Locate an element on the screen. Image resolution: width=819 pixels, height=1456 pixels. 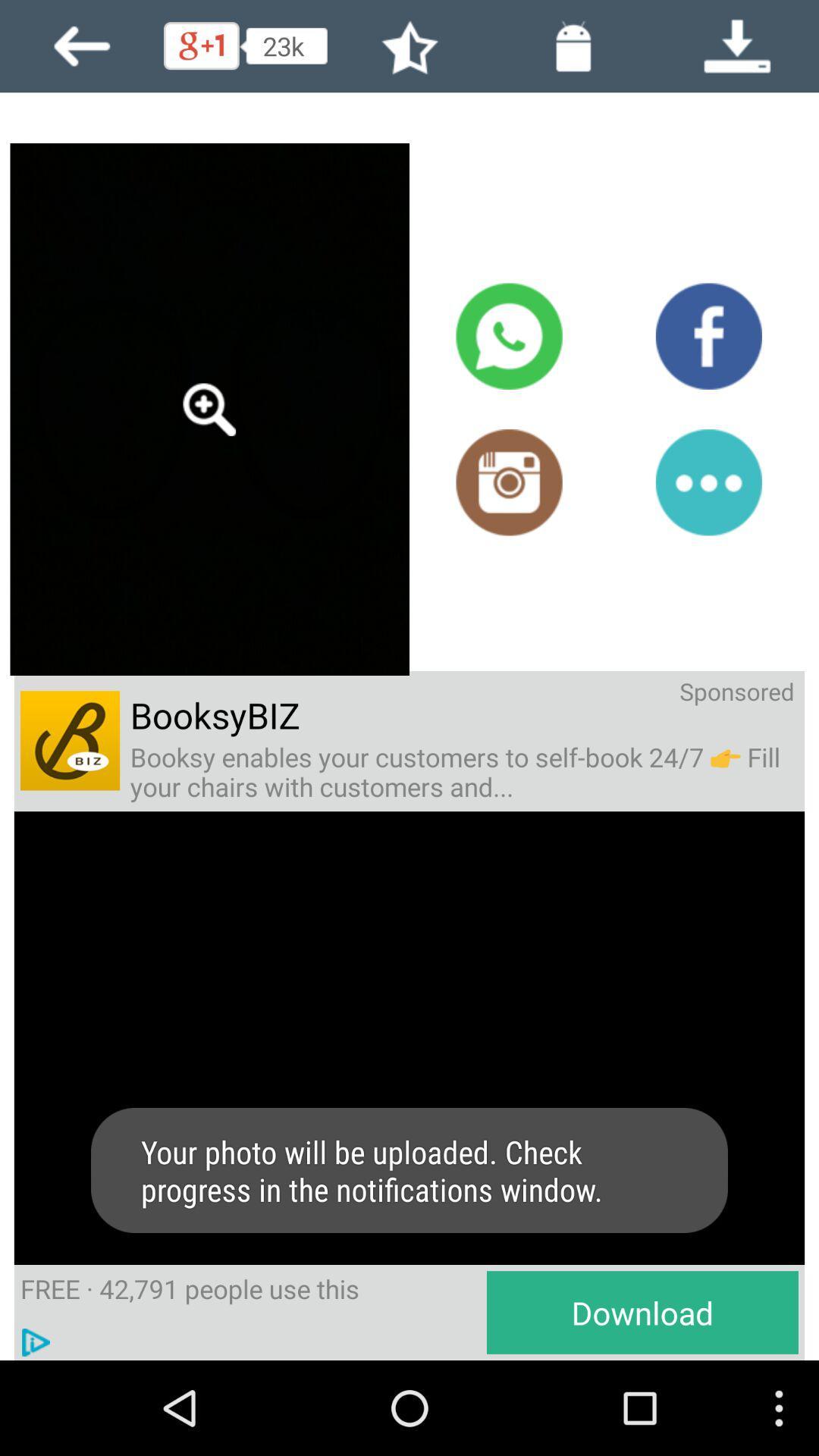
the lock icon is located at coordinates (573, 49).